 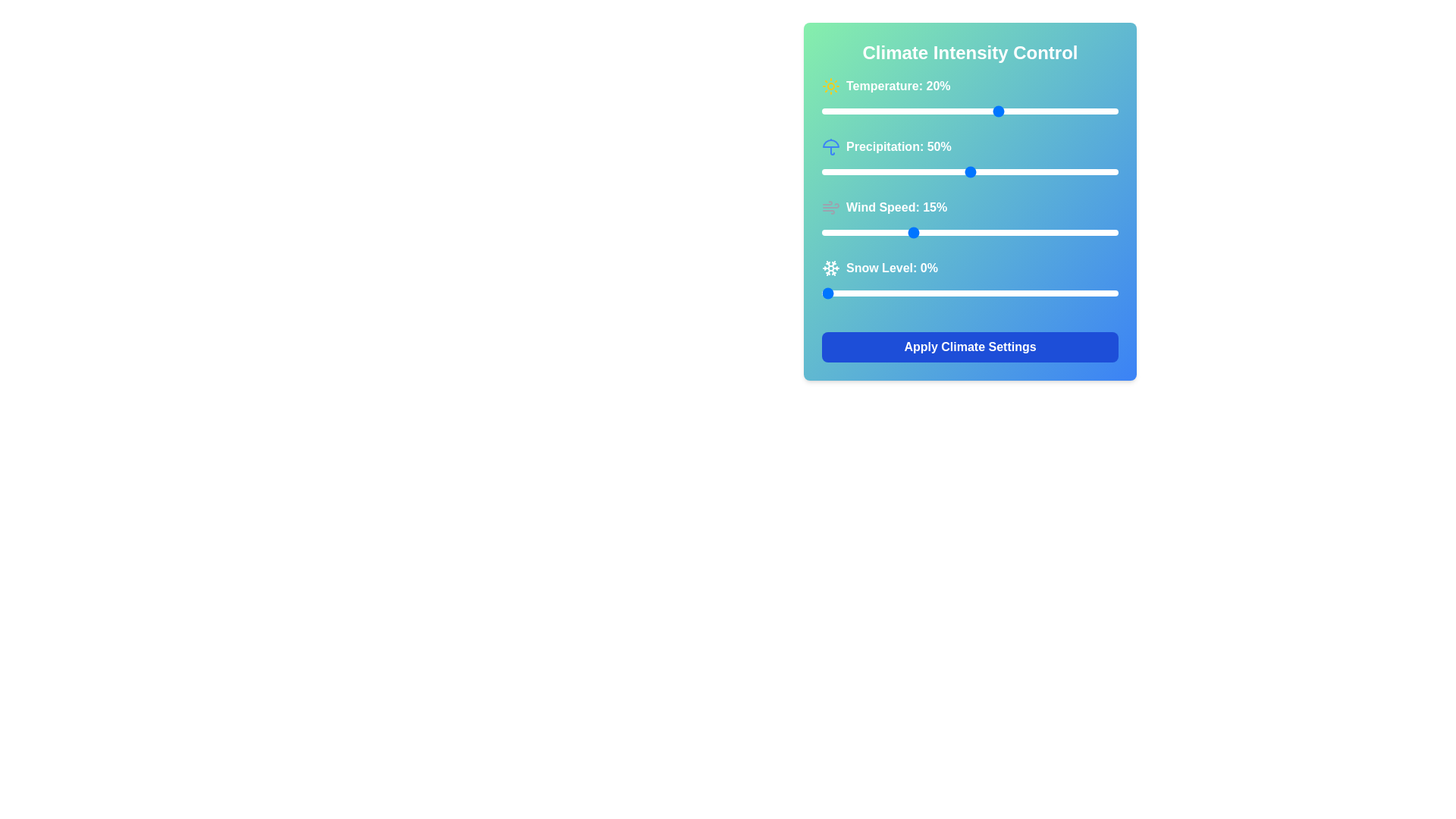 What do you see at coordinates (1079, 293) in the screenshot?
I see `the snow level` at bounding box center [1079, 293].